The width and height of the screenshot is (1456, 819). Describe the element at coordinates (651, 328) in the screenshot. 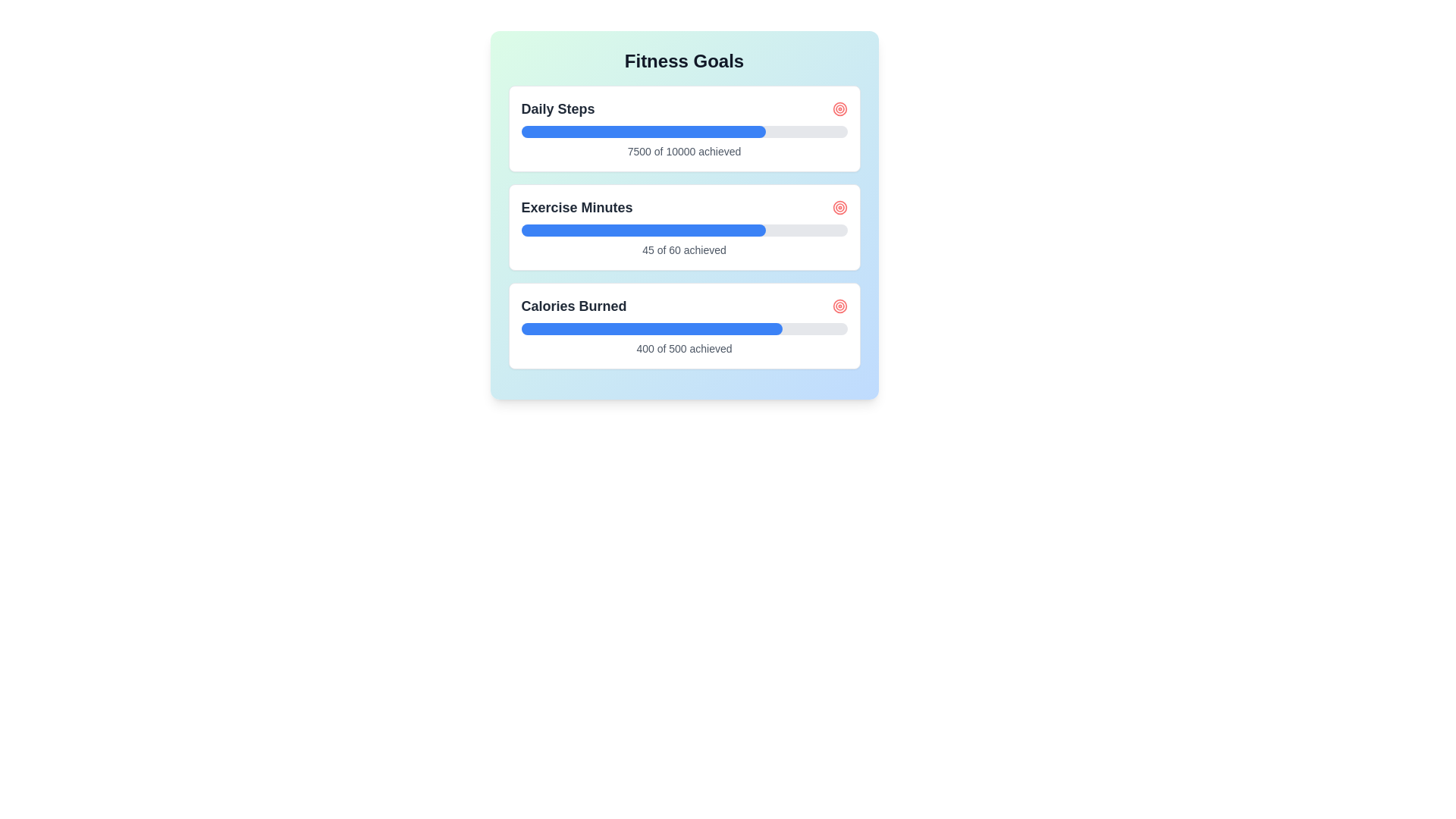

I see `the blue progress bar segment that represents 80% completion of the 'Calories Burned' goal in the fitness card layout` at that location.